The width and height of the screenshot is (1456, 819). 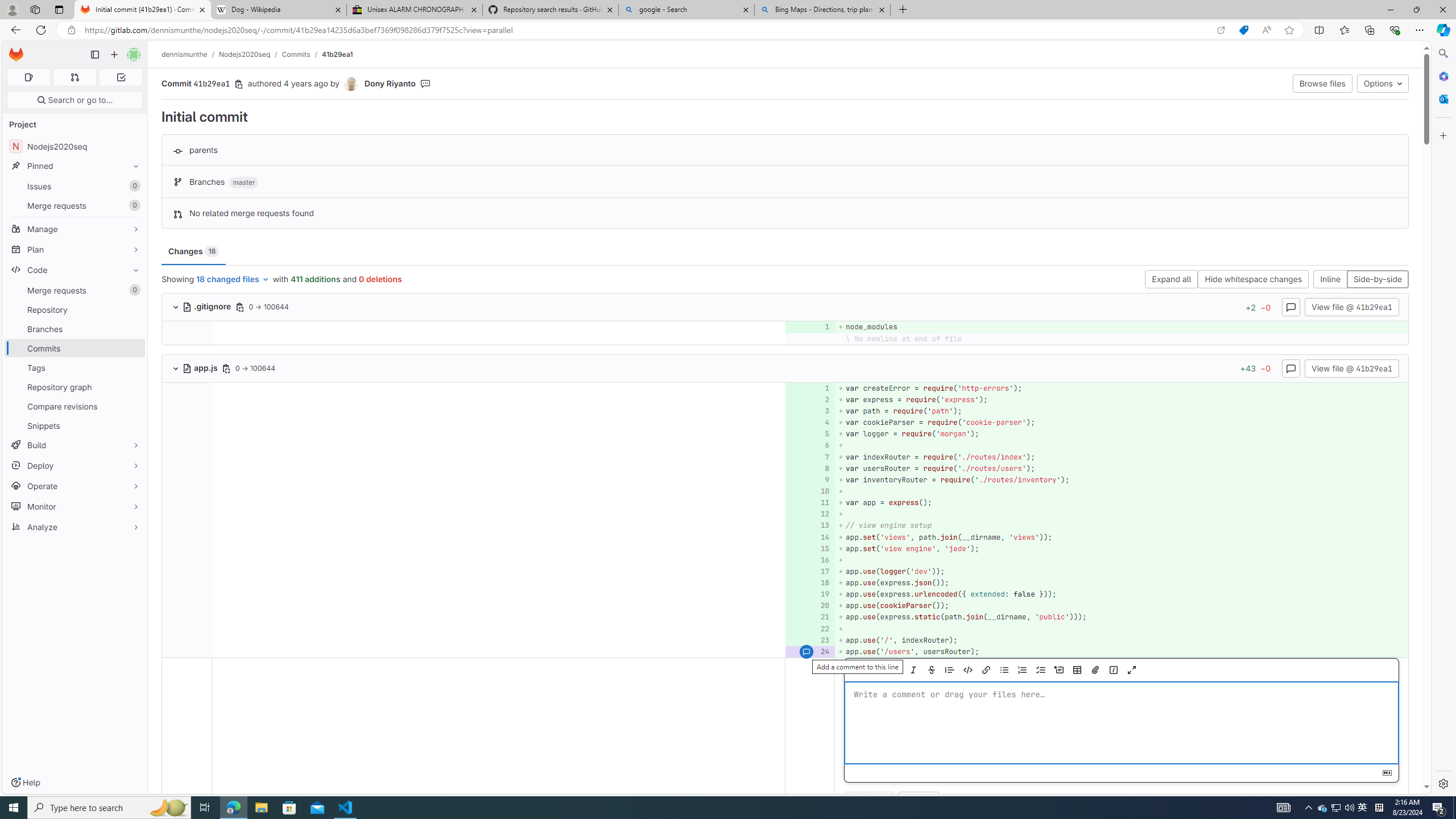 What do you see at coordinates (1120, 422) in the screenshot?
I see `'+ var cookieParser = require('` at bounding box center [1120, 422].